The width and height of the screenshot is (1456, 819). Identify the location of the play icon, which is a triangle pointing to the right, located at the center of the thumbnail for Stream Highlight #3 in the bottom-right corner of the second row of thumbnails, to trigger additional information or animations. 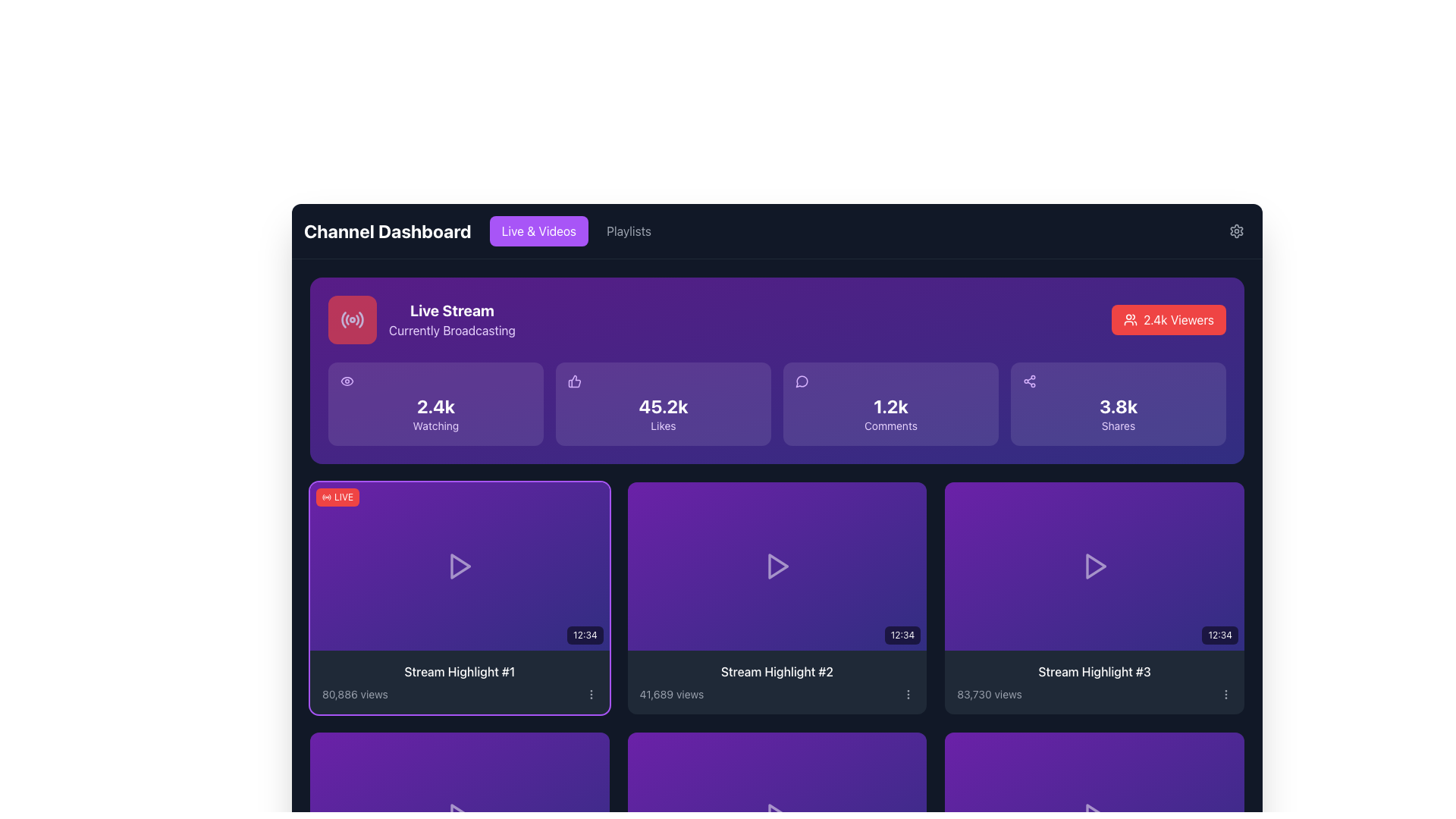
(1094, 566).